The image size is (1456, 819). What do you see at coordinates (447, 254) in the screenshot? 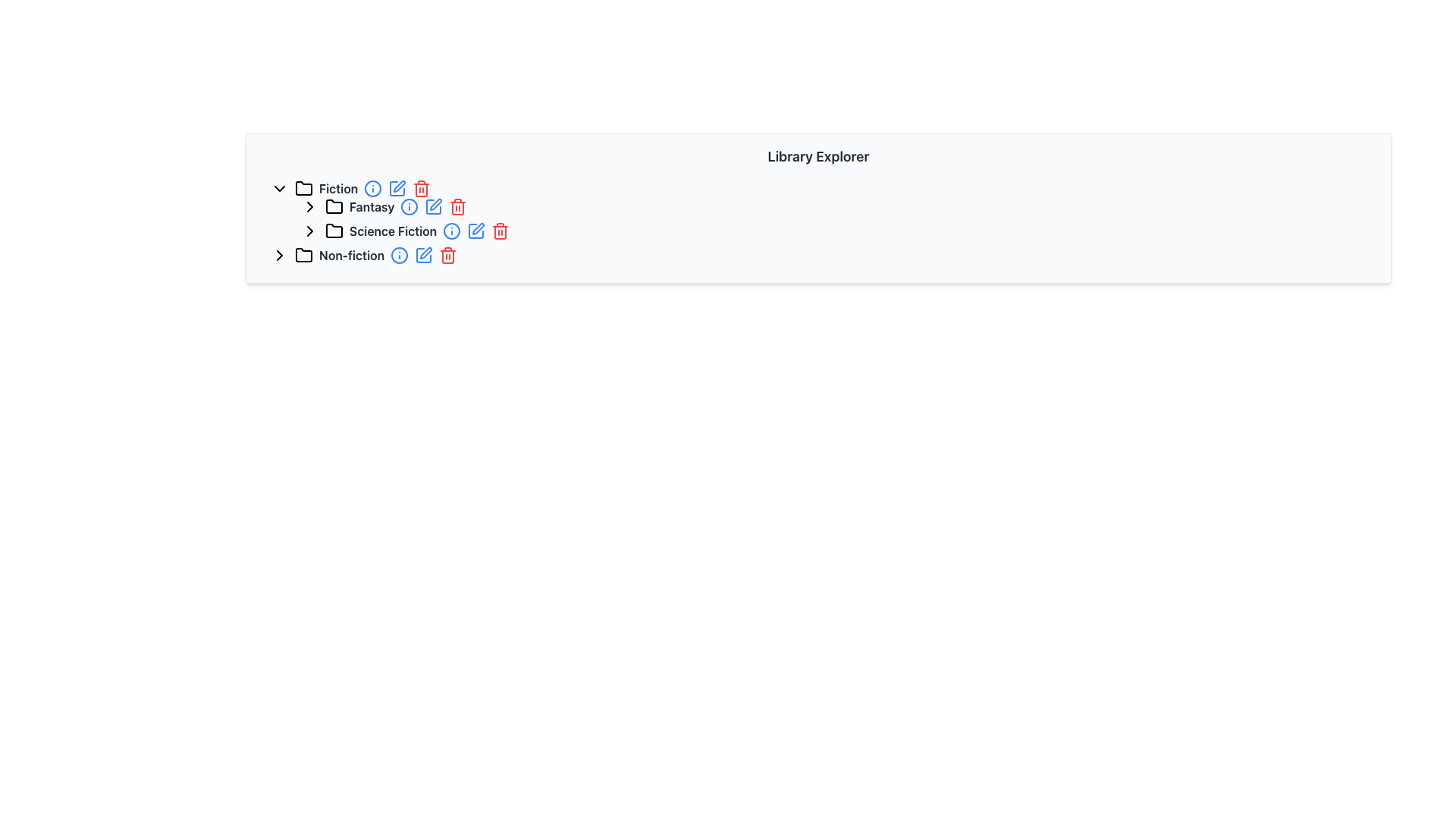
I see `the trashcan icon button, which is the third interactive element in the horizontal row associated with the 'Non-fiction' folder in the library explorer` at bounding box center [447, 254].